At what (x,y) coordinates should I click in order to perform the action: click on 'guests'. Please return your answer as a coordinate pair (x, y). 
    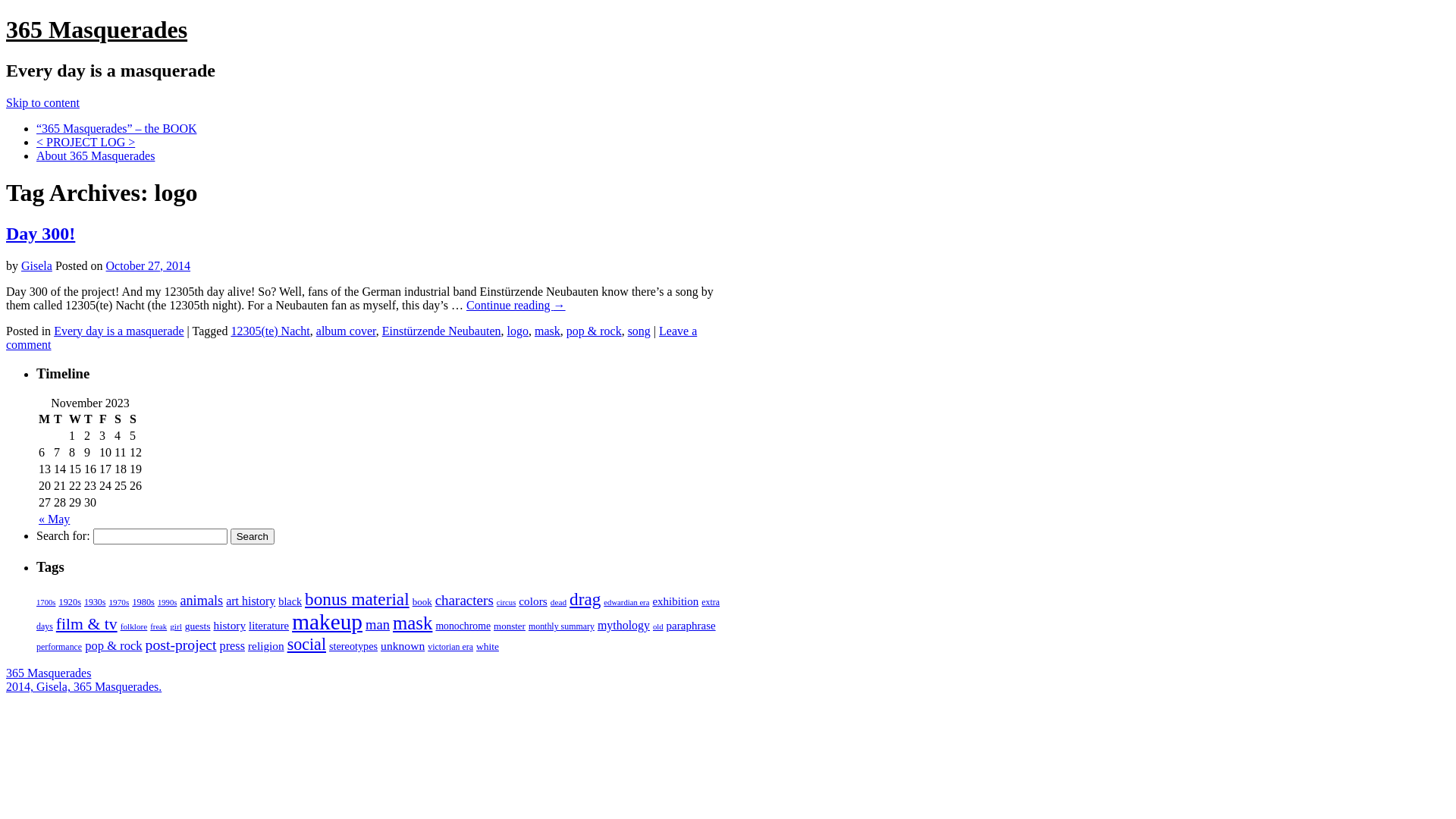
    Looking at the image, I should click on (196, 626).